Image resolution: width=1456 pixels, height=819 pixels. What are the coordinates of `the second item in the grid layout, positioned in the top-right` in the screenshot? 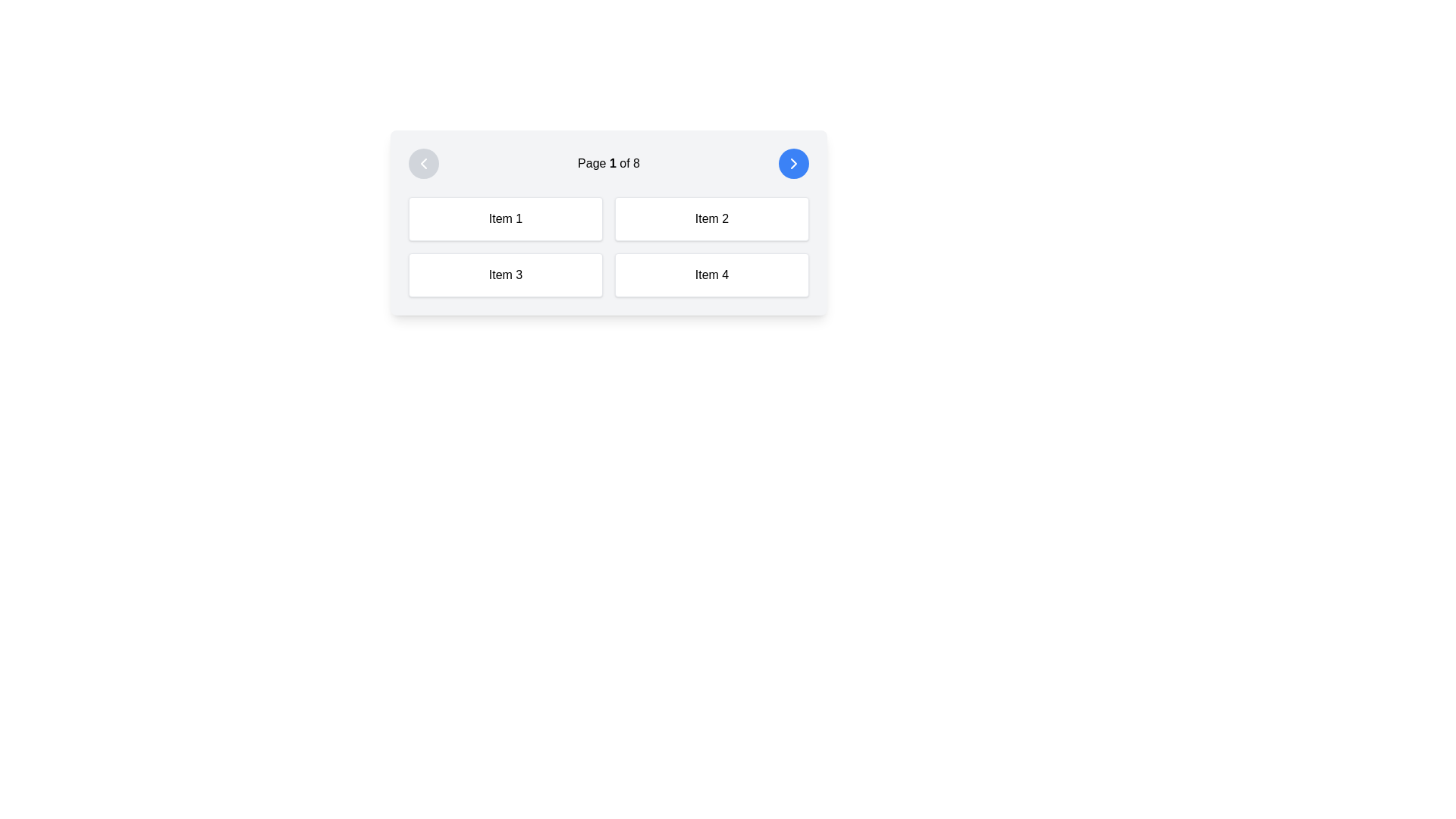 It's located at (711, 219).